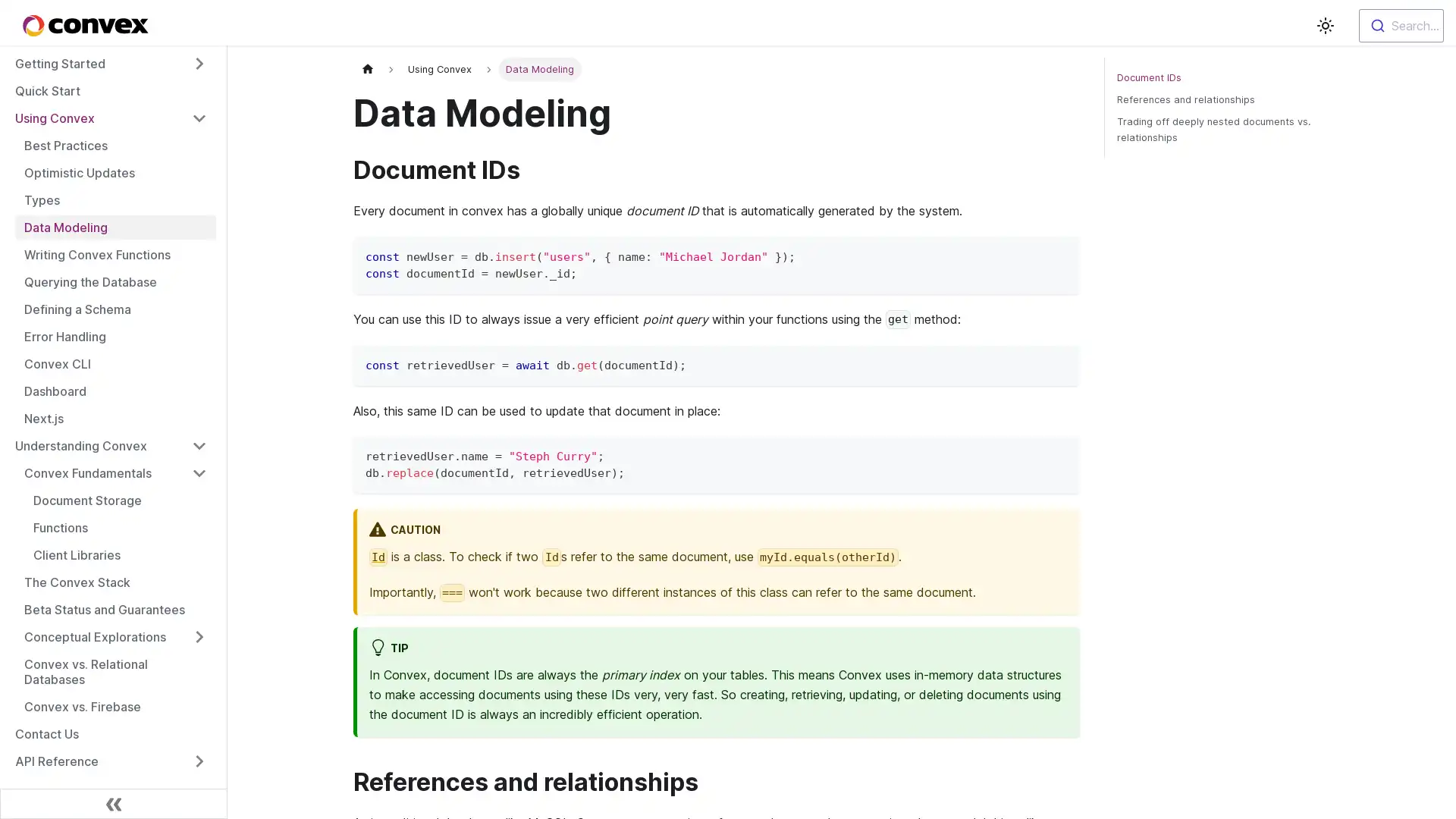  I want to click on Toggle the collapsible sidebar category 'API Reference', so click(199, 761).